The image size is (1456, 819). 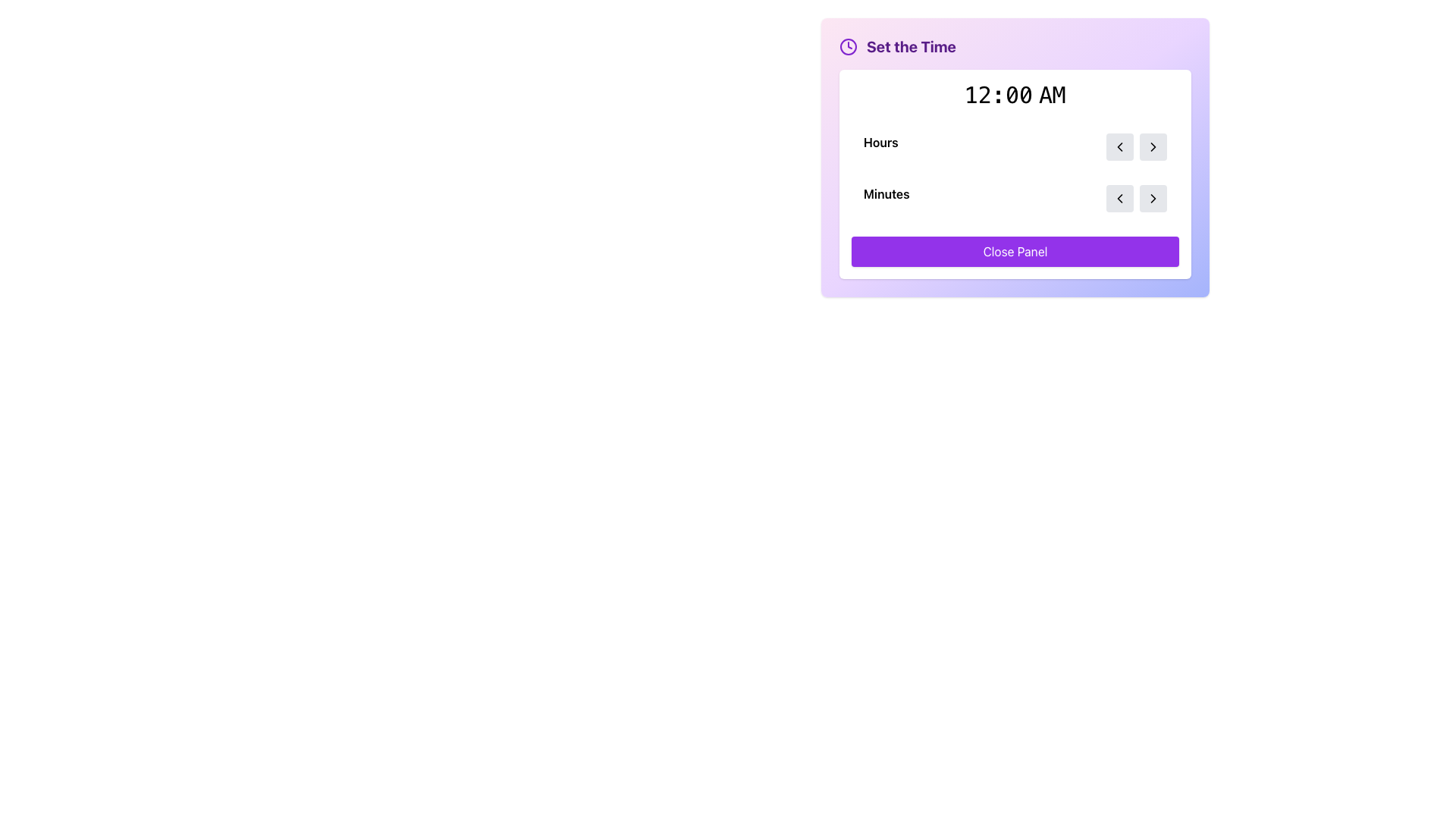 I want to click on the increment button located in the minutes adjustment section of the digital clock interface to increase the displayed minutes, so click(x=1153, y=198).